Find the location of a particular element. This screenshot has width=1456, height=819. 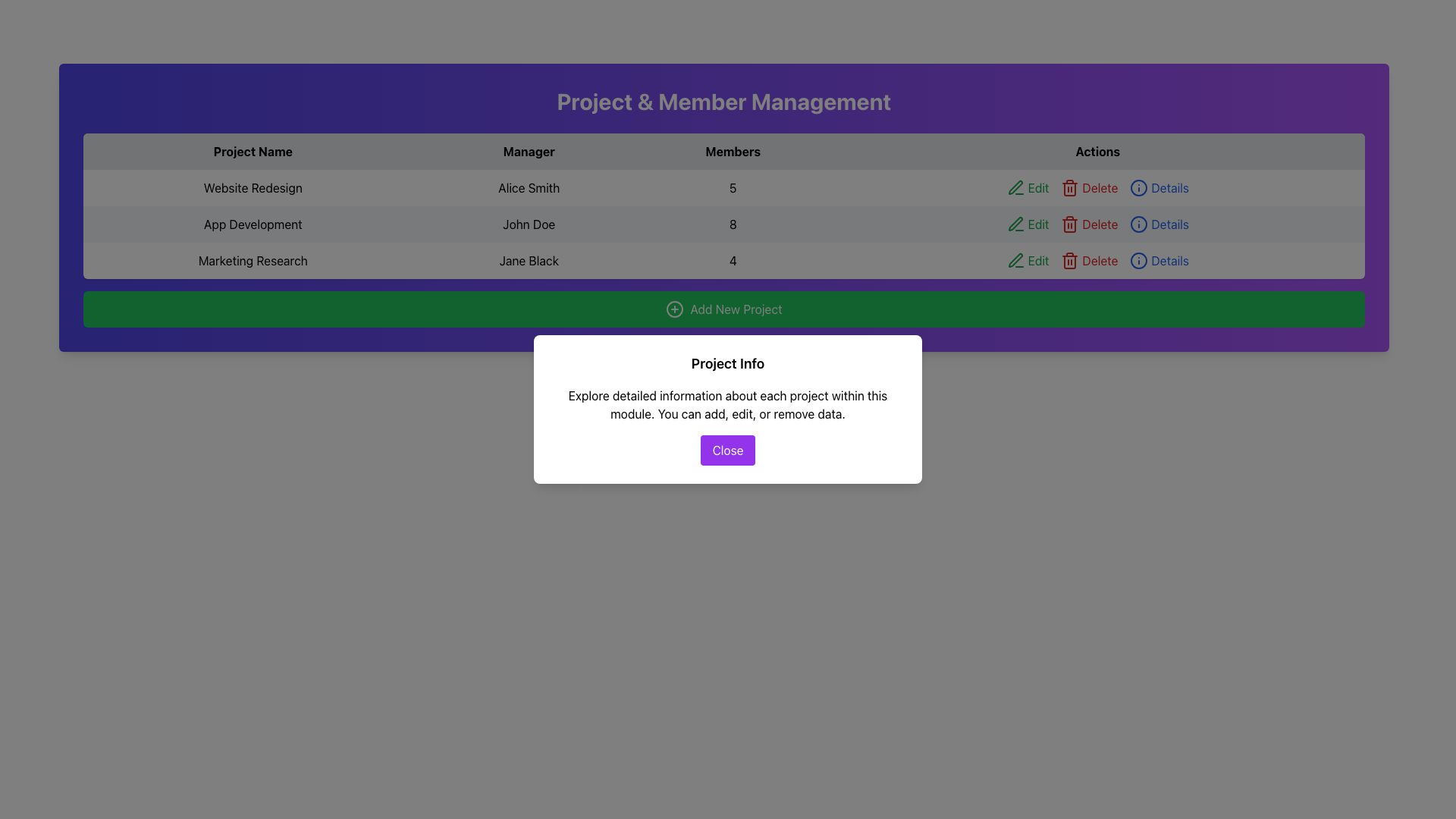

the edit icon located in the actions column of the first row in the table to initiate the editing of the corresponding row's data is located at coordinates (1015, 187).